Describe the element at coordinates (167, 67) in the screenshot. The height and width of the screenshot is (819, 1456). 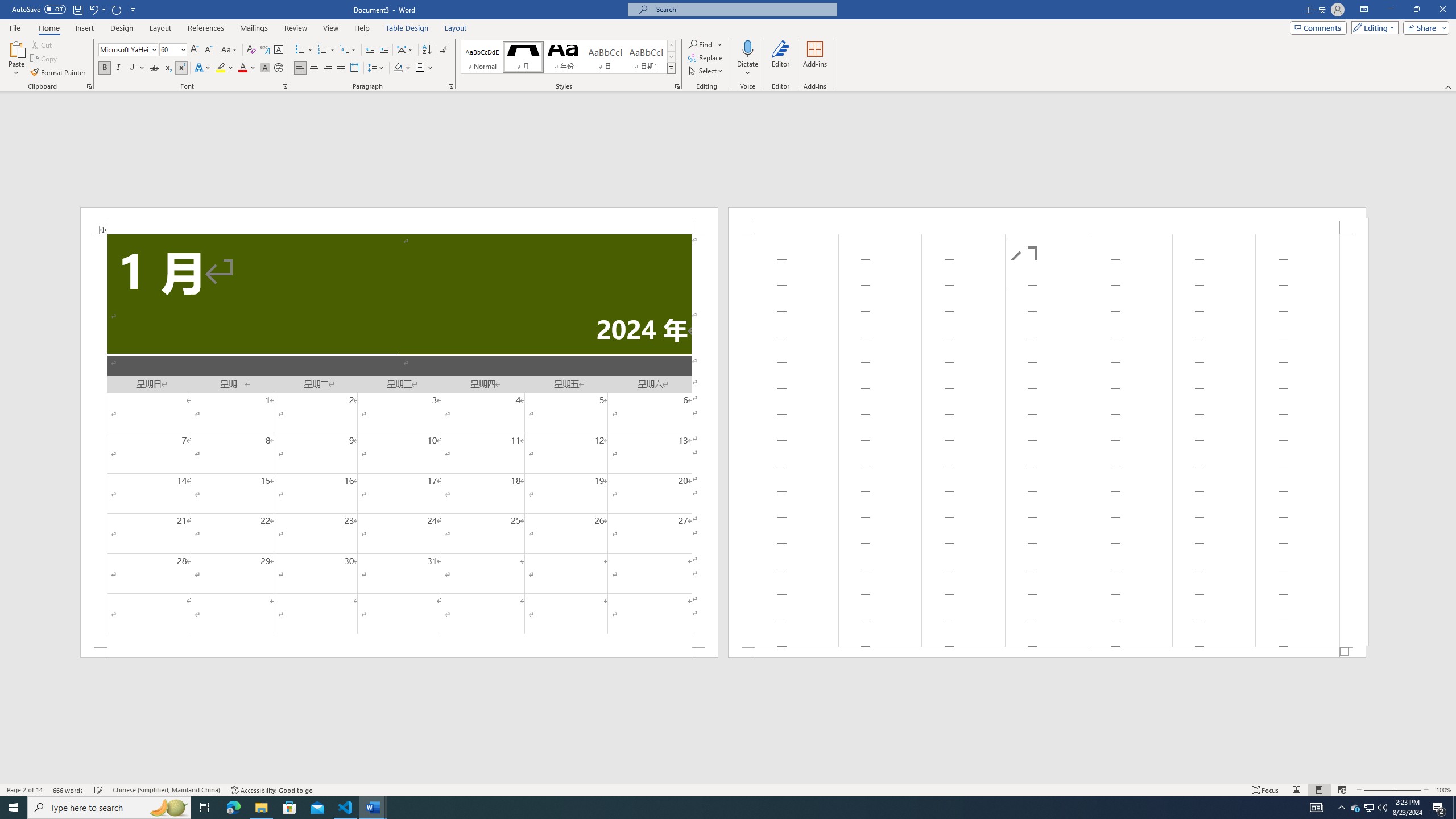
I see `'Subscript'` at that location.